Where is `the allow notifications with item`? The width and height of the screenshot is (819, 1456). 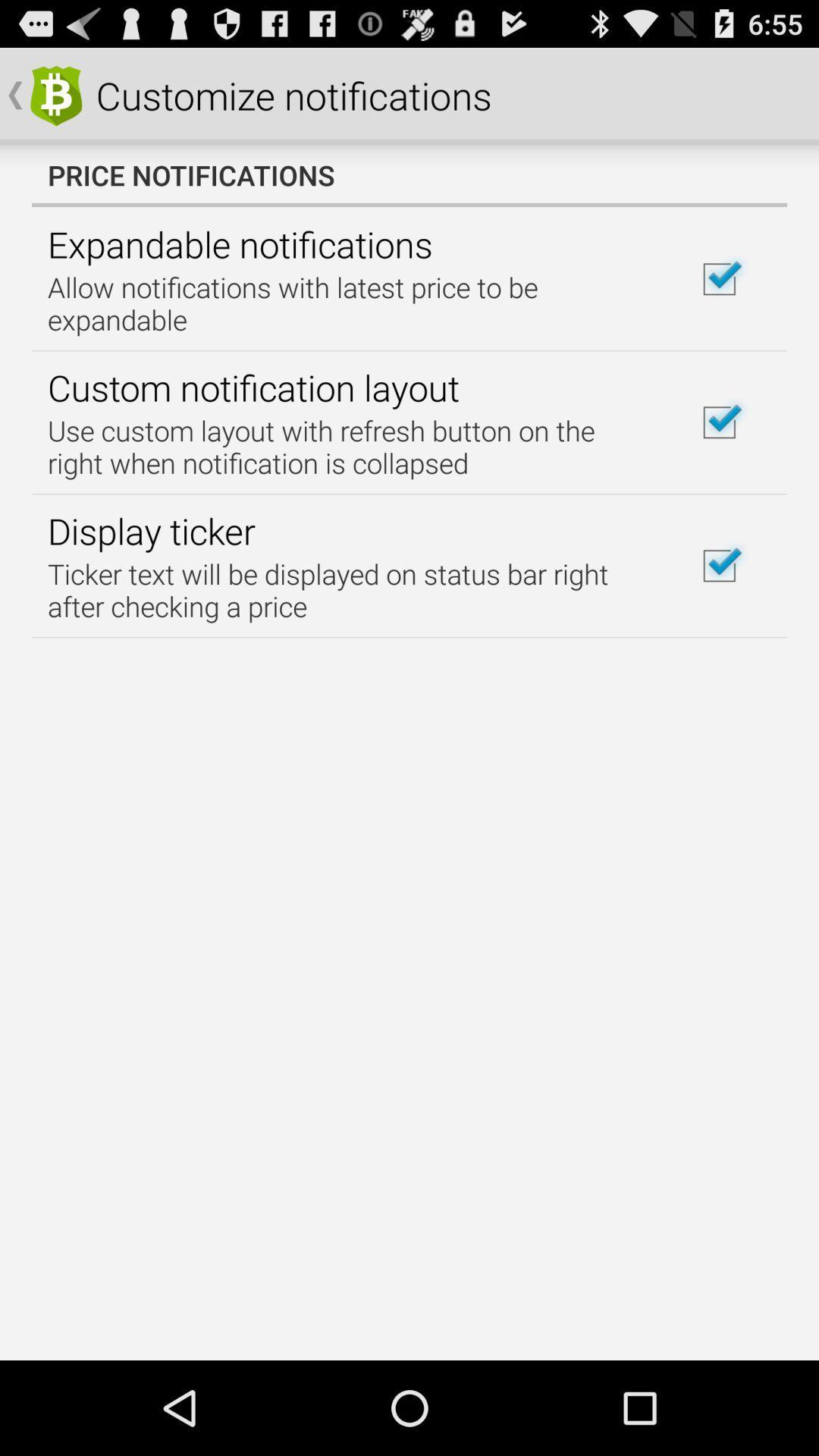 the allow notifications with item is located at coordinates (351, 303).